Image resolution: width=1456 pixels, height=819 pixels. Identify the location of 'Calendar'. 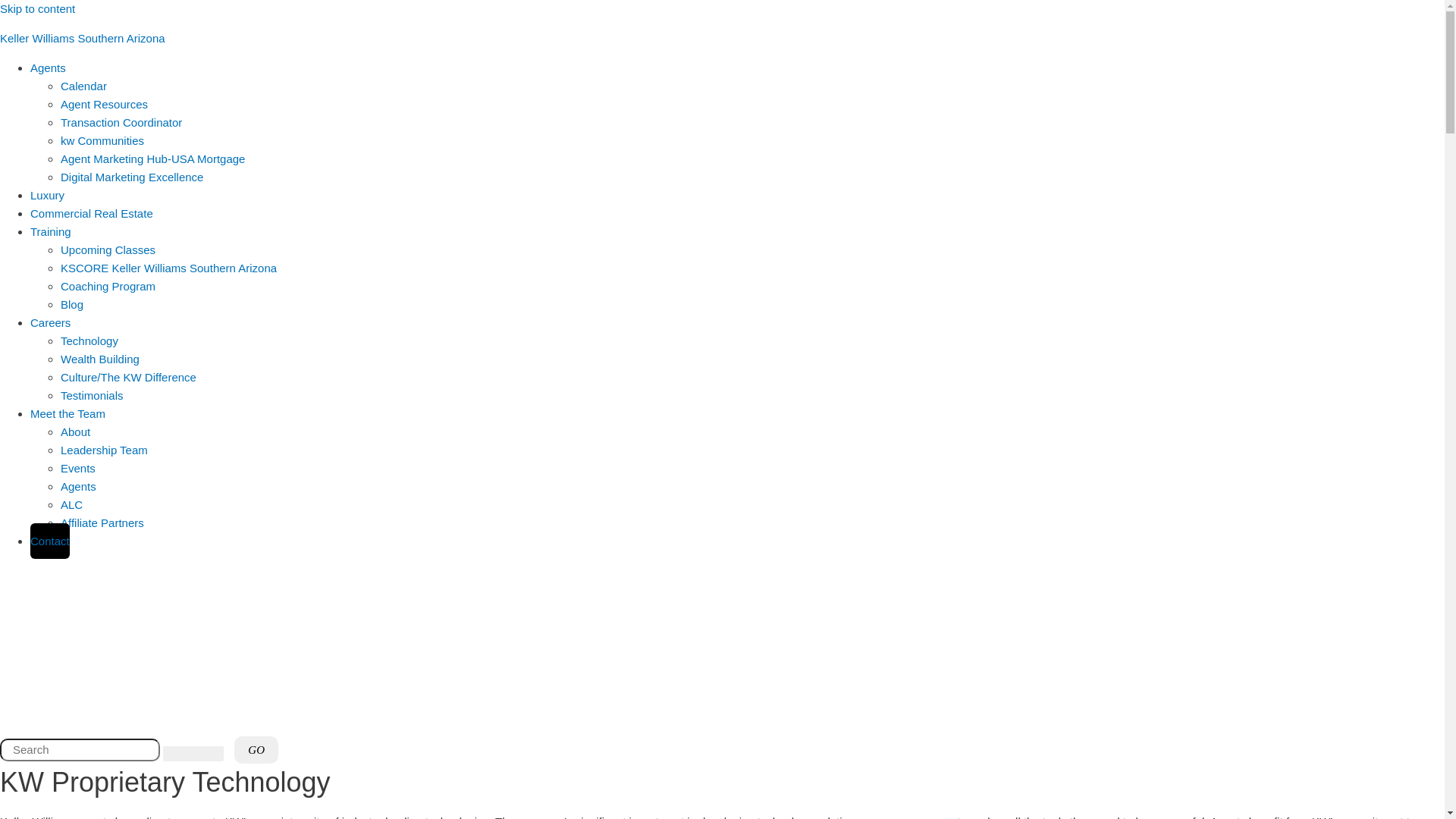
(83, 86).